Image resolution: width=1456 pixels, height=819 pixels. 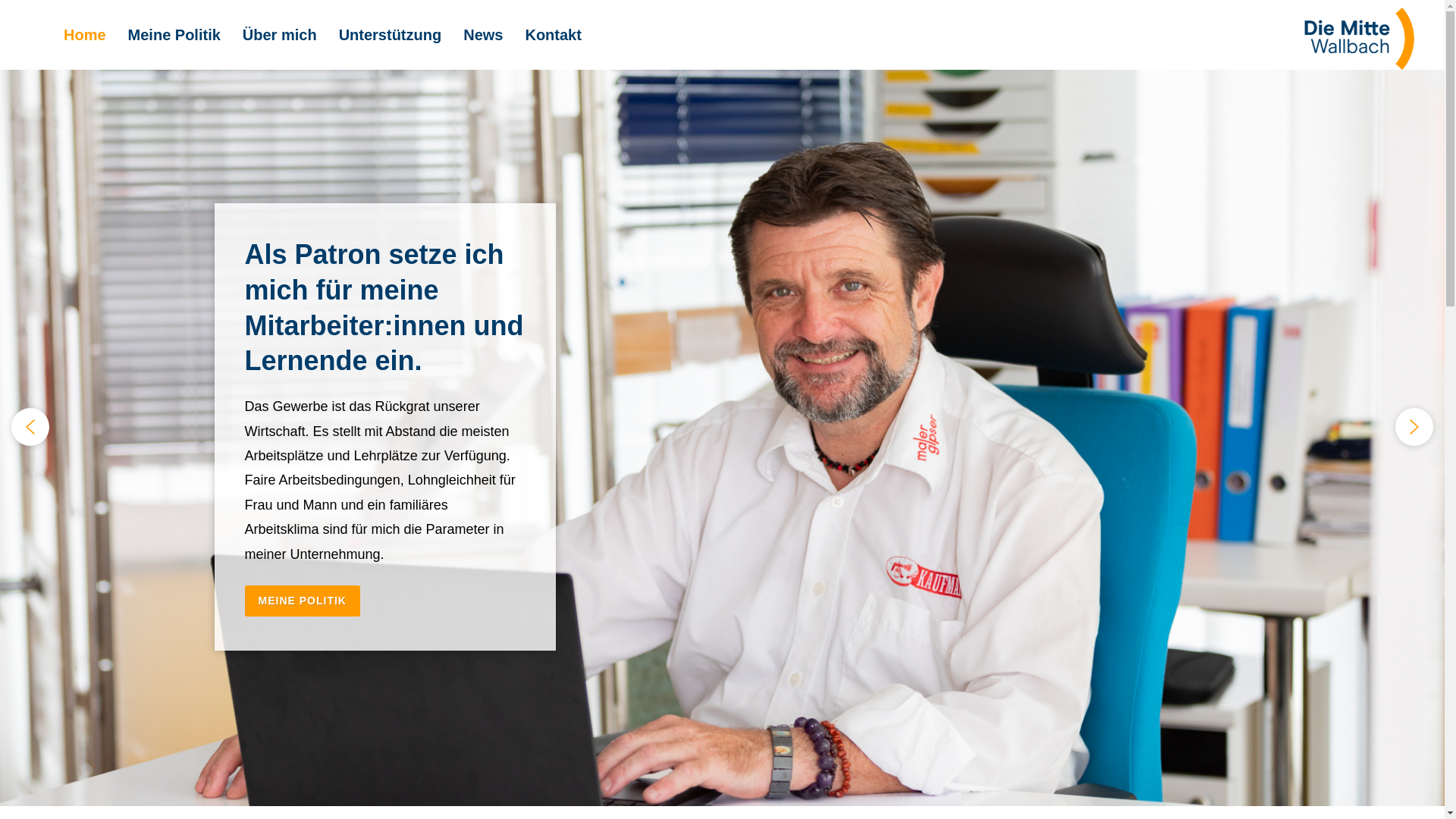 What do you see at coordinates (1302, 37) in the screenshot?
I see `'Logo_RGB_Die_Mitte_Wallbach_120angepasst'` at bounding box center [1302, 37].